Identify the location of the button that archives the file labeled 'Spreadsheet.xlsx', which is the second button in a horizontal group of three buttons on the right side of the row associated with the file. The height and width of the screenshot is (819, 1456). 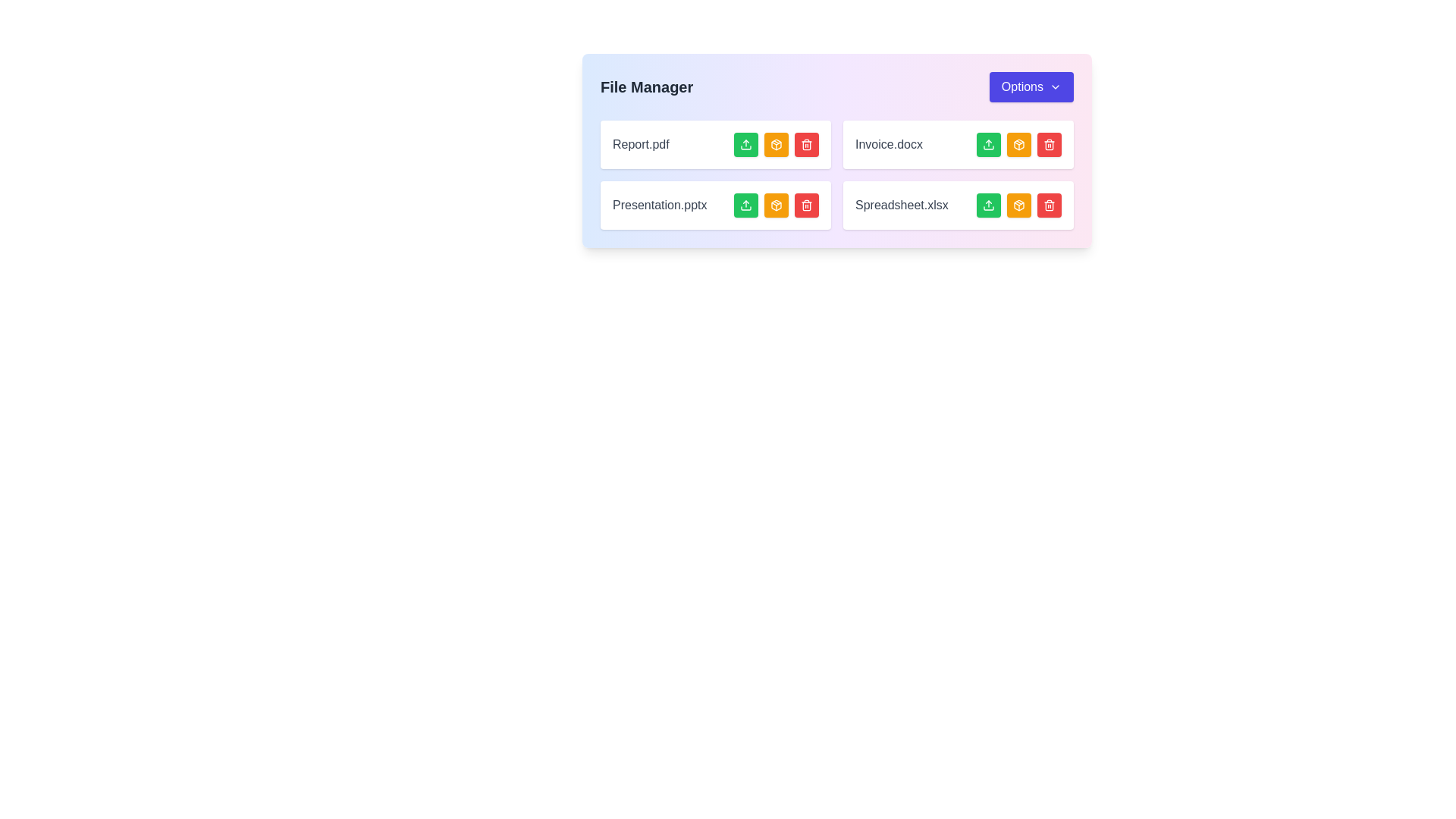
(1019, 205).